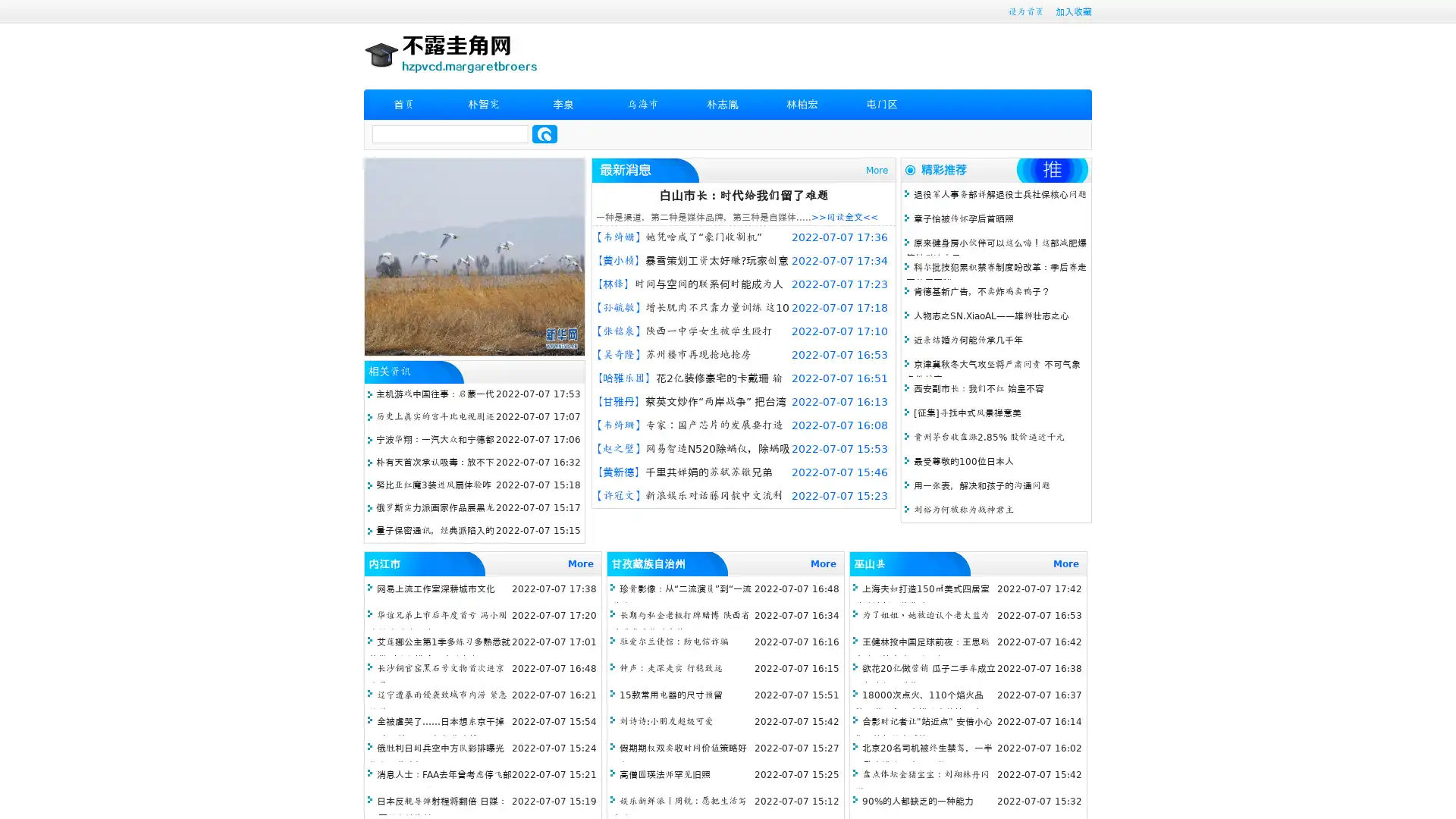  Describe the element at coordinates (544, 133) in the screenshot. I see `Search` at that location.